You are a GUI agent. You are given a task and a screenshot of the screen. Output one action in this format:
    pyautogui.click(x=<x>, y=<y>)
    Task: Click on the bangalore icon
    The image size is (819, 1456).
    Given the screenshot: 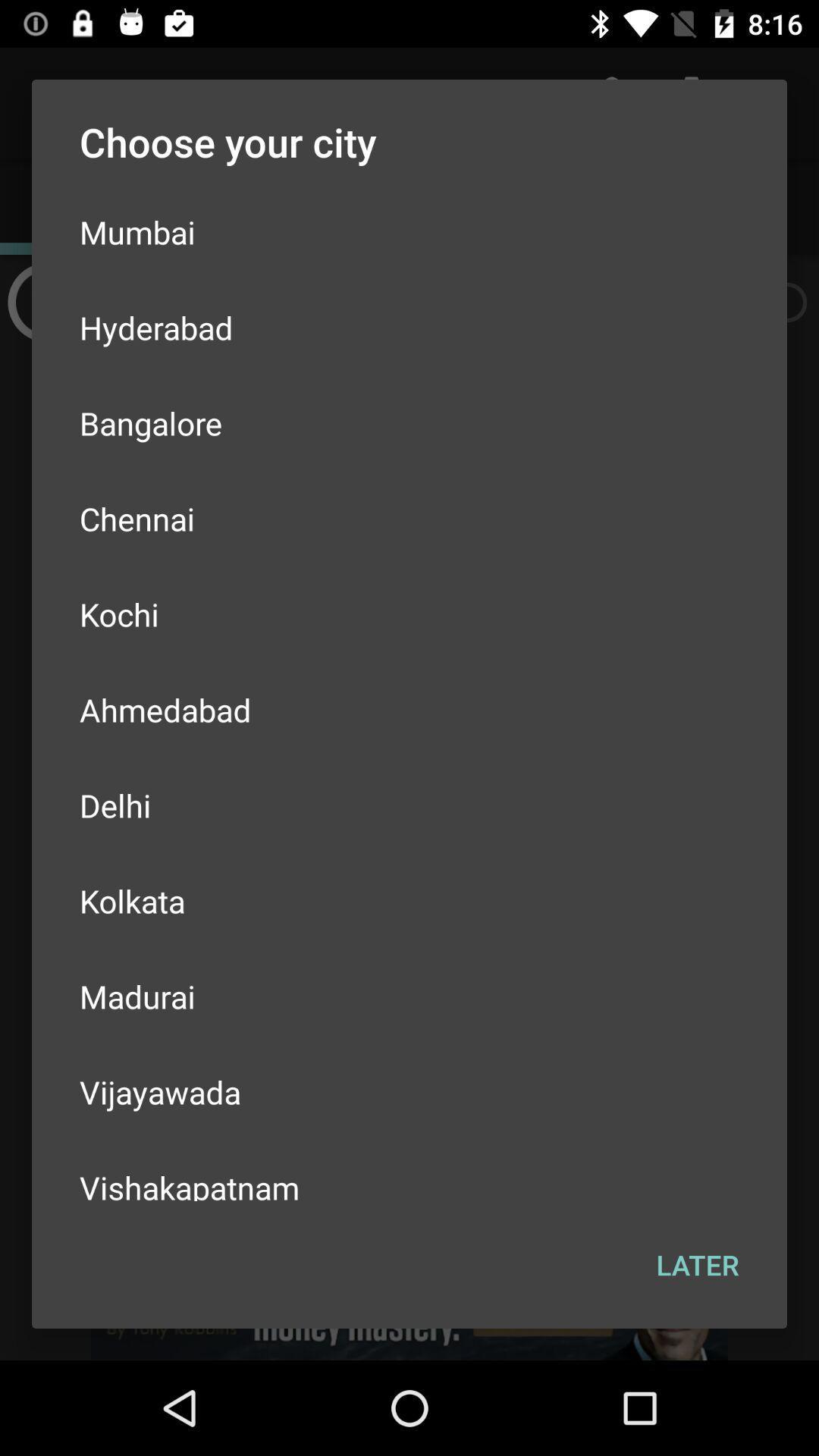 What is the action you would take?
    pyautogui.click(x=409, y=422)
    